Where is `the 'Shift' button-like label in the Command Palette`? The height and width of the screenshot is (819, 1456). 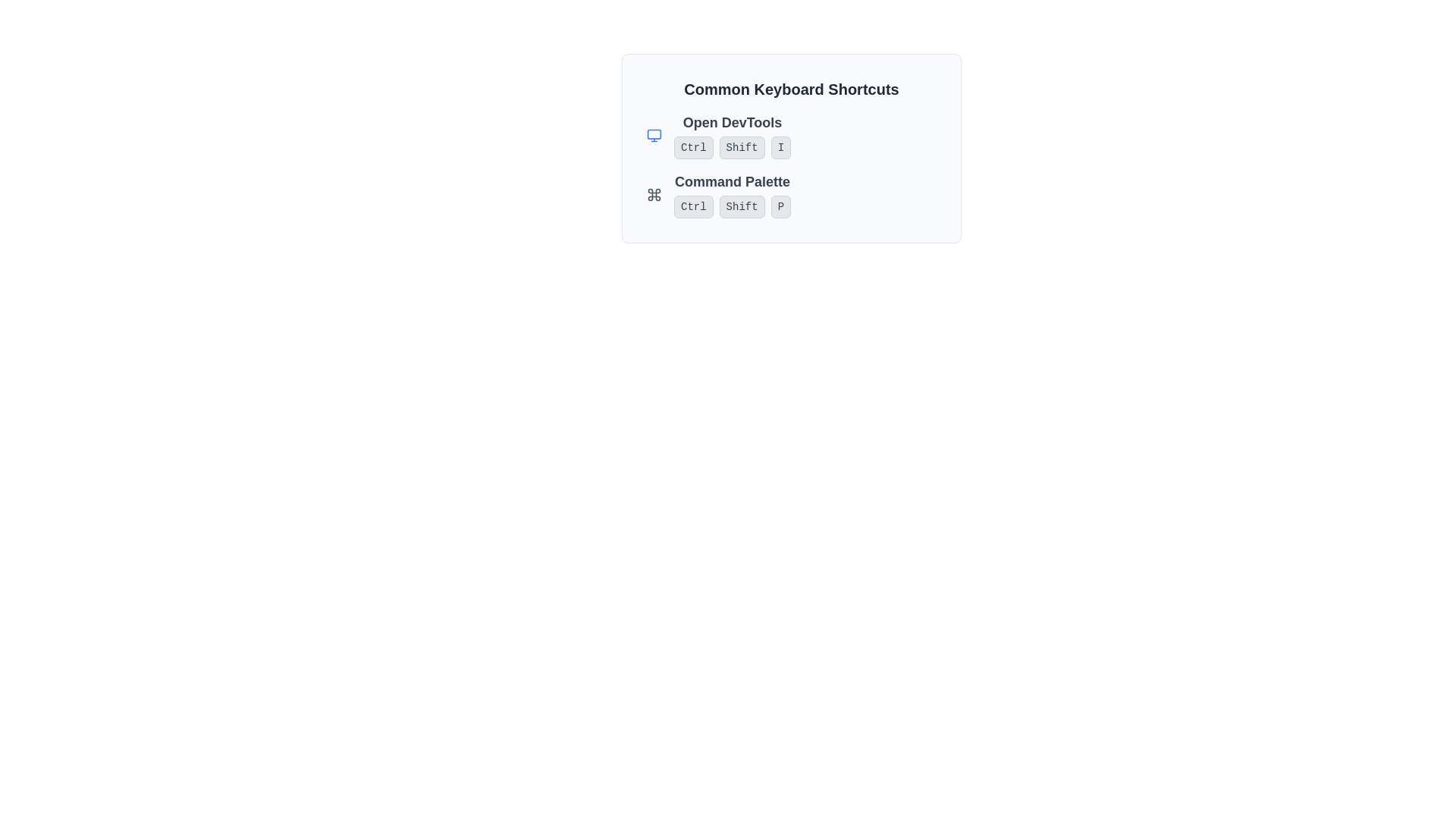
the 'Shift' button-like label in the Command Palette is located at coordinates (742, 207).